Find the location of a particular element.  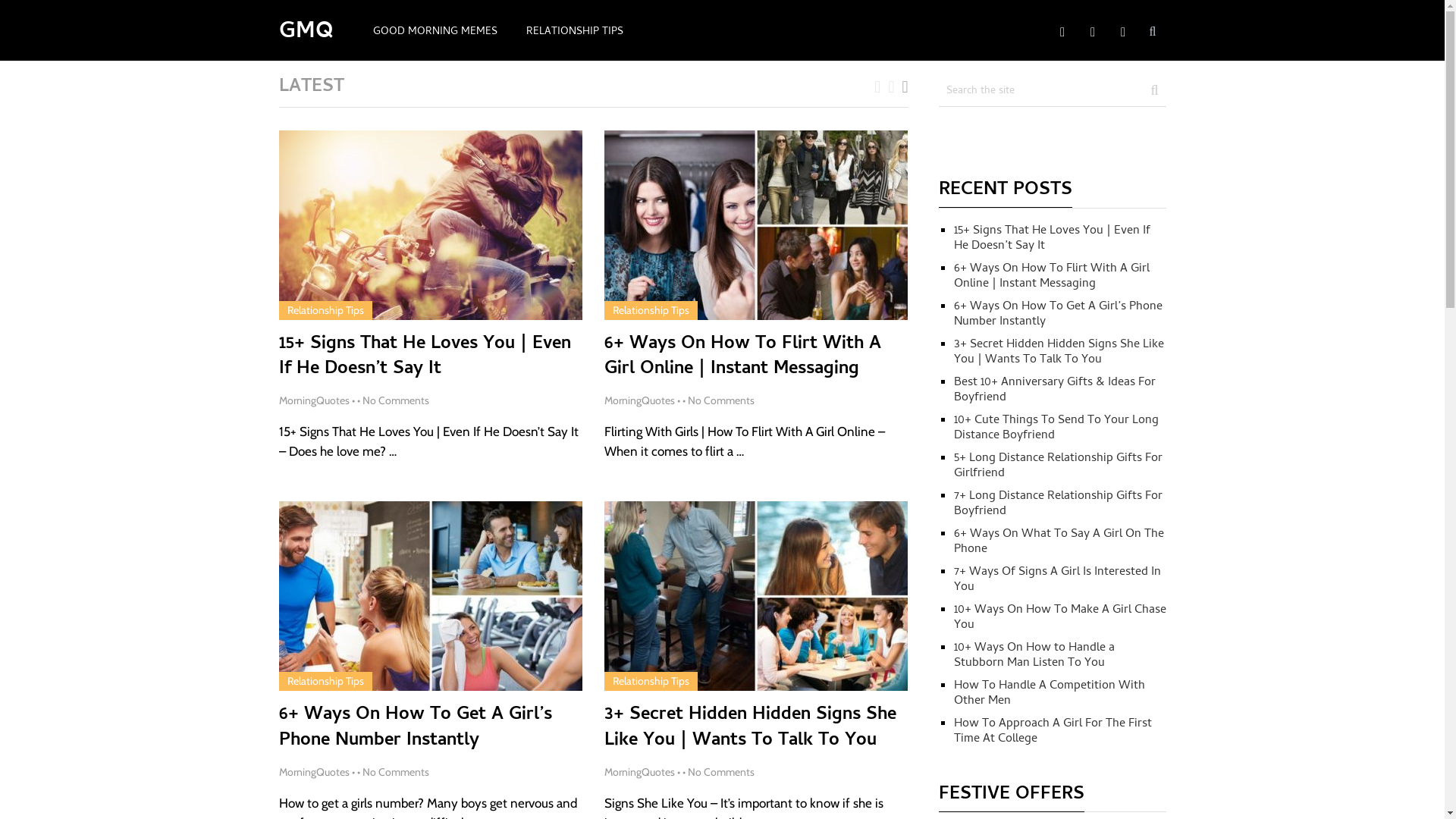

'Relationship Tips' is located at coordinates (612, 309).